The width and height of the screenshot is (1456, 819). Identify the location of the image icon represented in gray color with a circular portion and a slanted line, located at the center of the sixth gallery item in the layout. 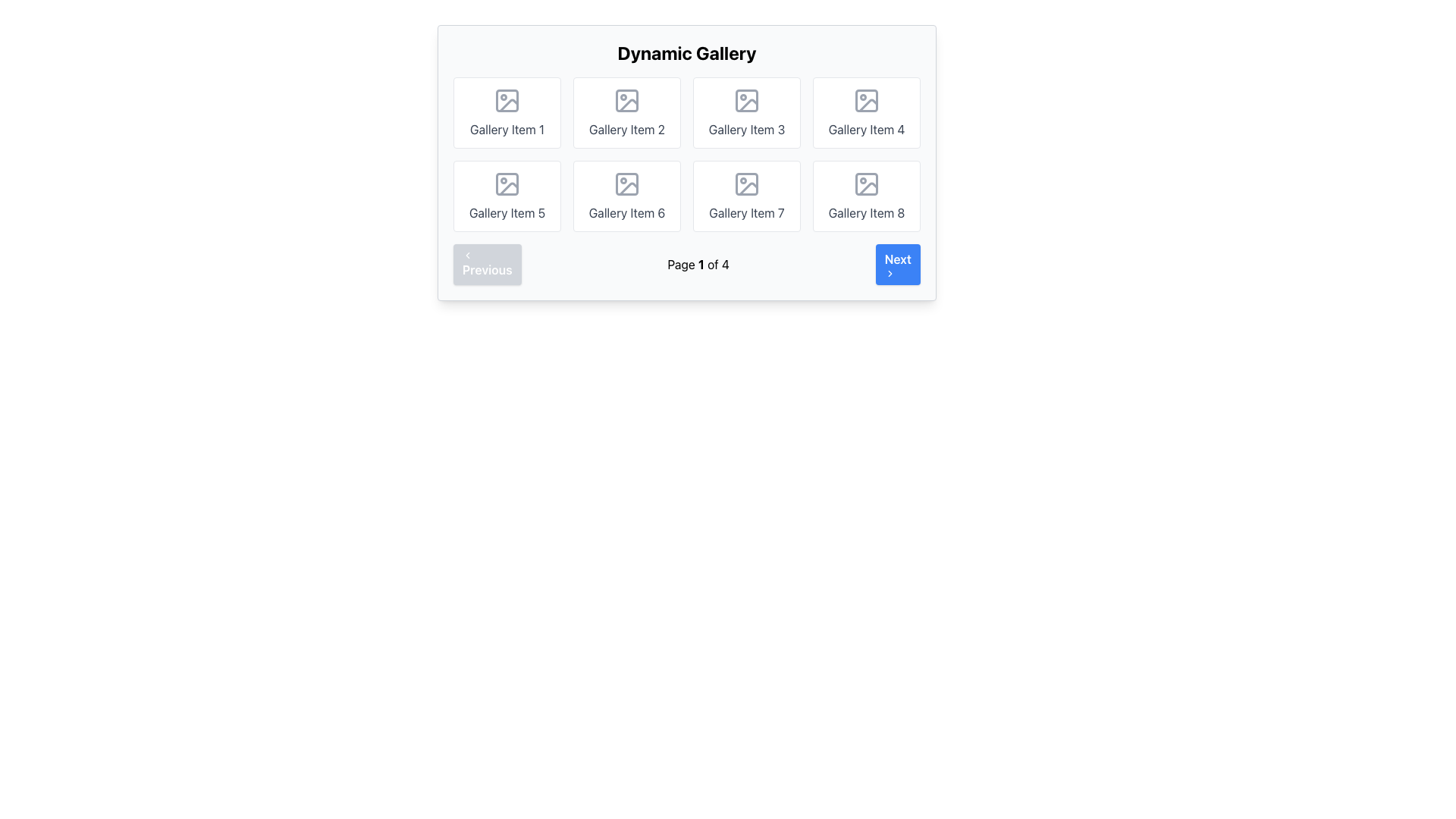
(626, 184).